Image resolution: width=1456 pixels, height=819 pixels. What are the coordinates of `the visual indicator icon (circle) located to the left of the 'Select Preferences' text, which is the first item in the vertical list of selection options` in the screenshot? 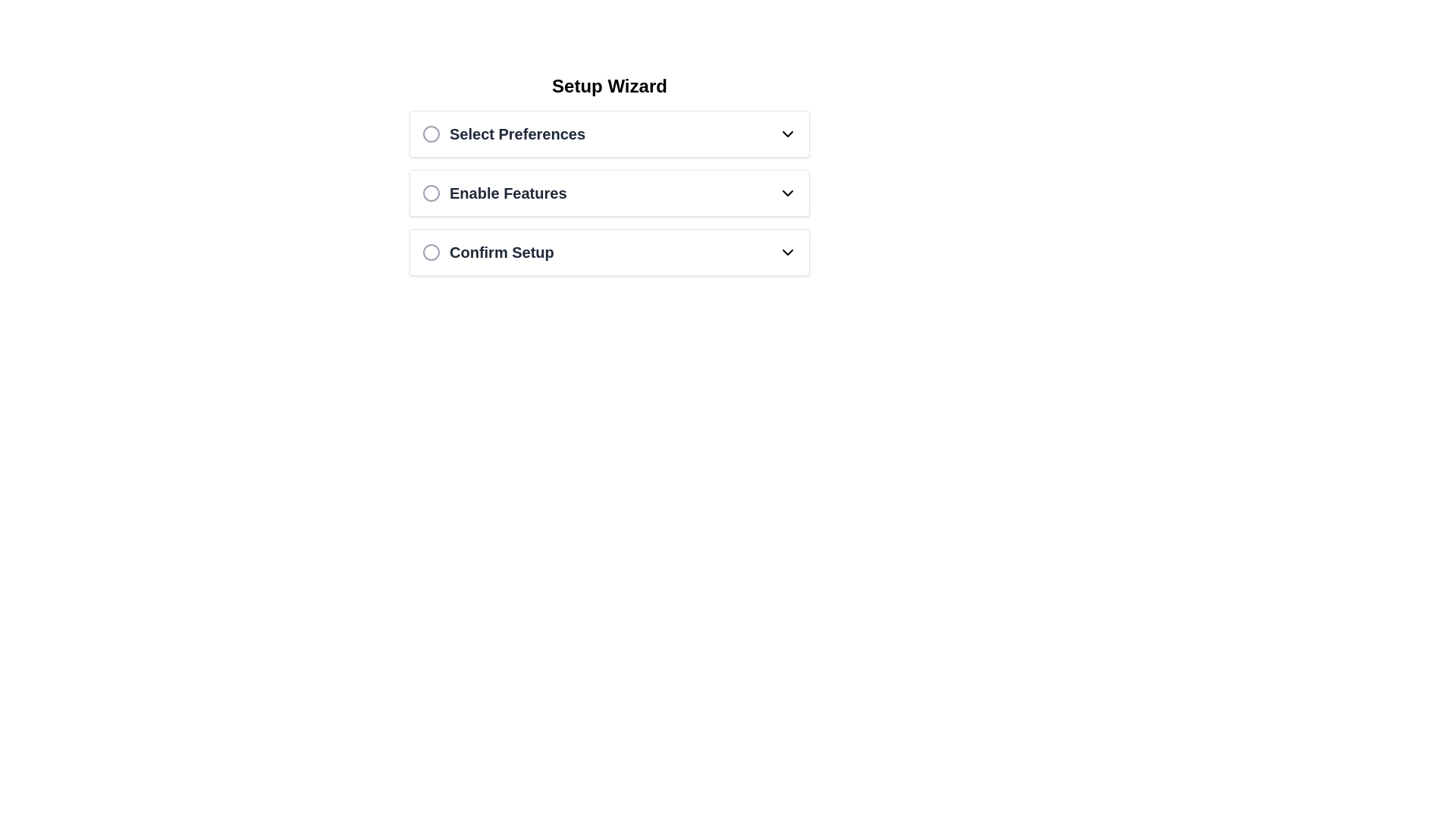 It's located at (431, 133).